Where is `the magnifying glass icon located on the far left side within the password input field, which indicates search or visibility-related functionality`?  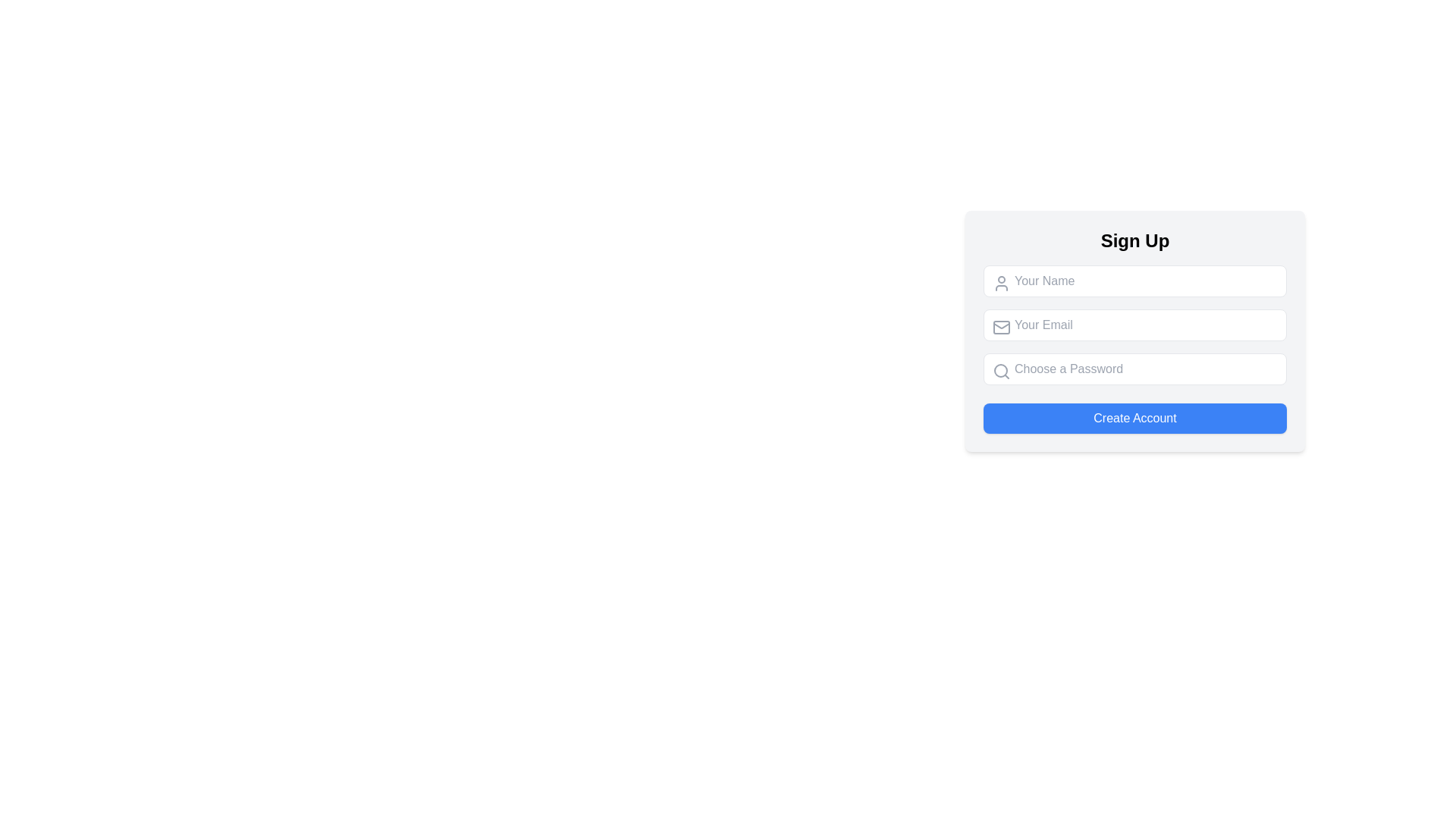 the magnifying glass icon located on the far left side within the password input field, which indicates search or visibility-related functionality is located at coordinates (1001, 371).